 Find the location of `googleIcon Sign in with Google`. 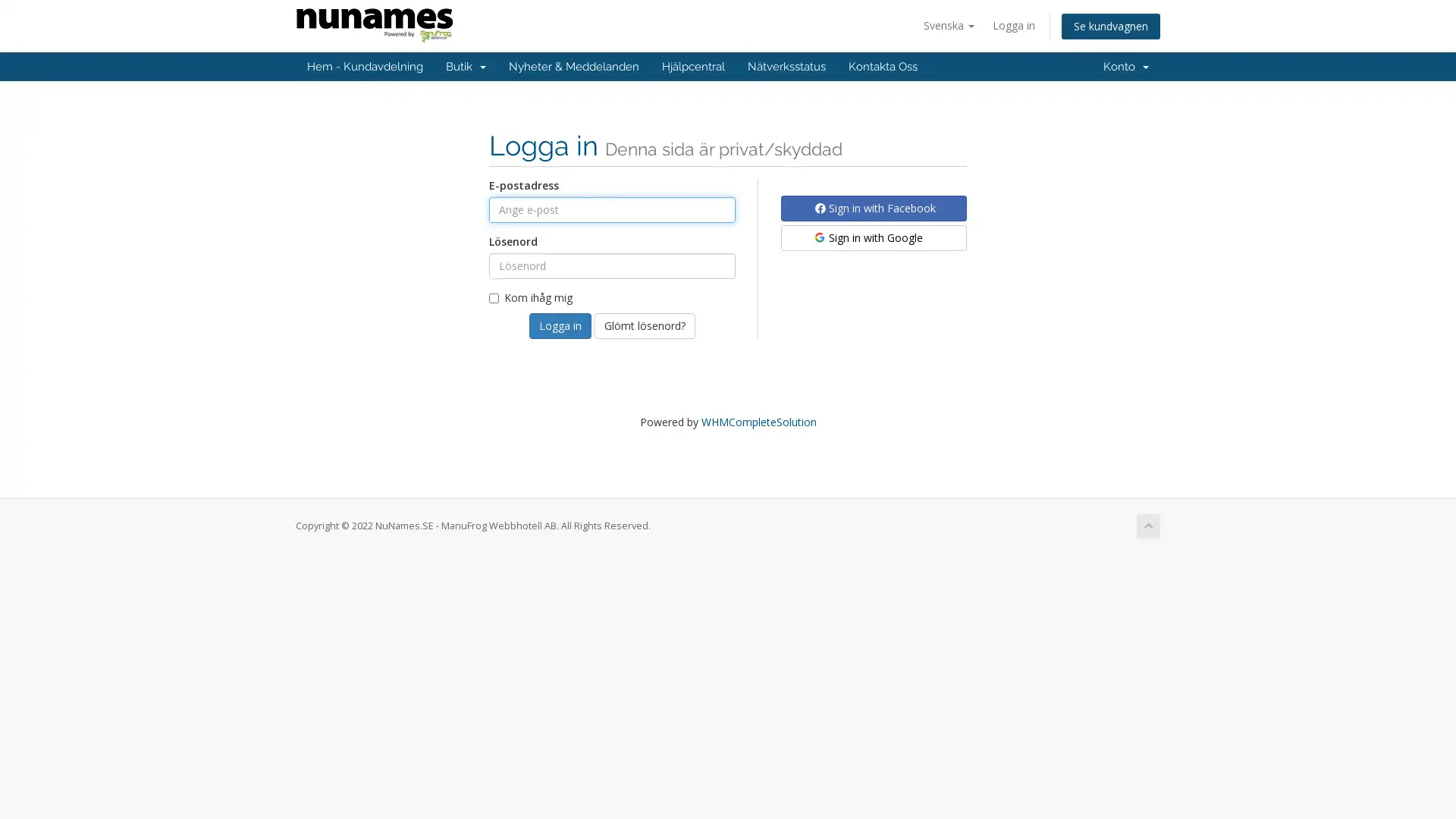

googleIcon Sign in with Google is located at coordinates (874, 237).